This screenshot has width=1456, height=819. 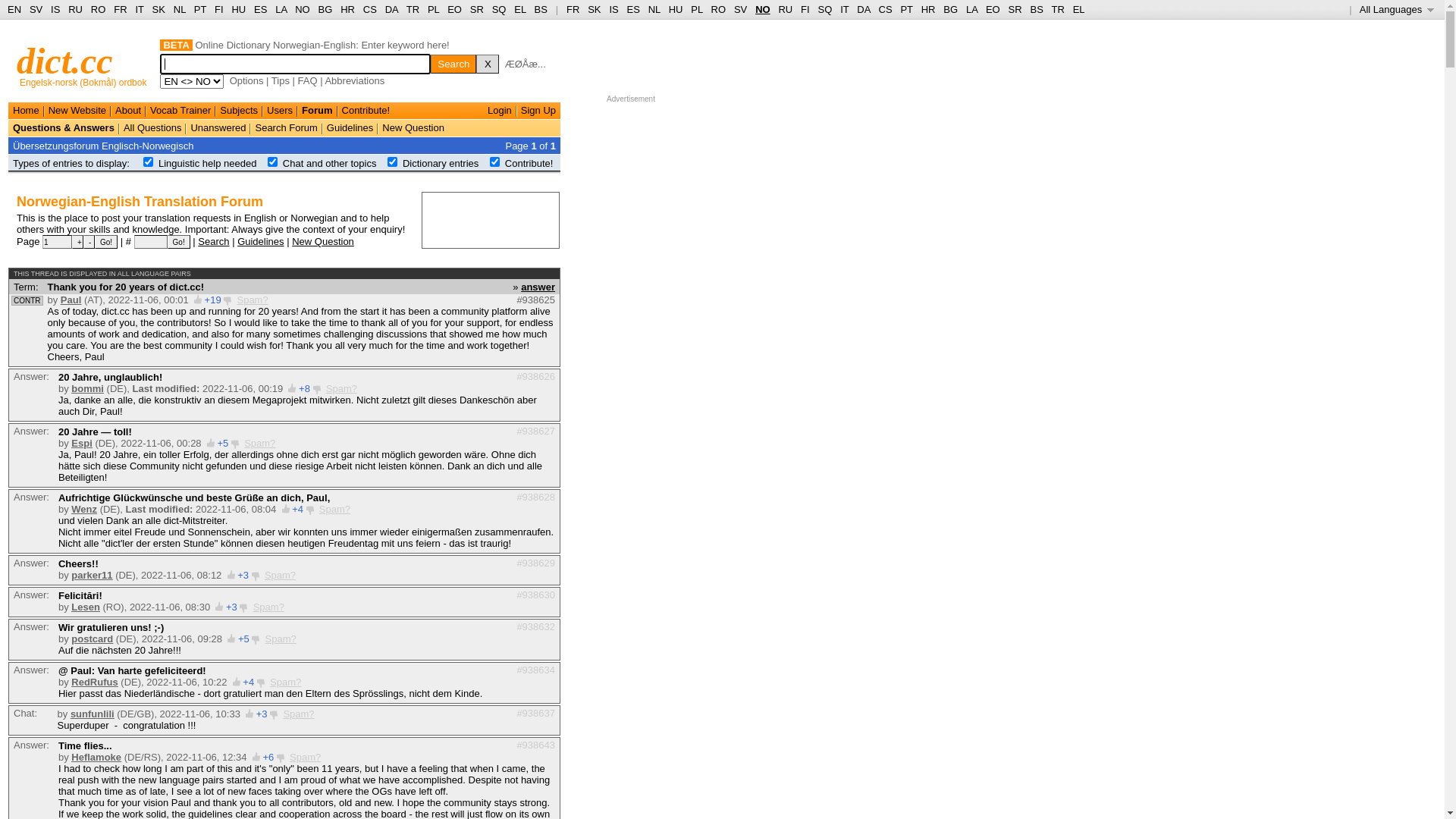 What do you see at coordinates (315, 109) in the screenshot?
I see `'Forum'` at bounding box center [315, 109].